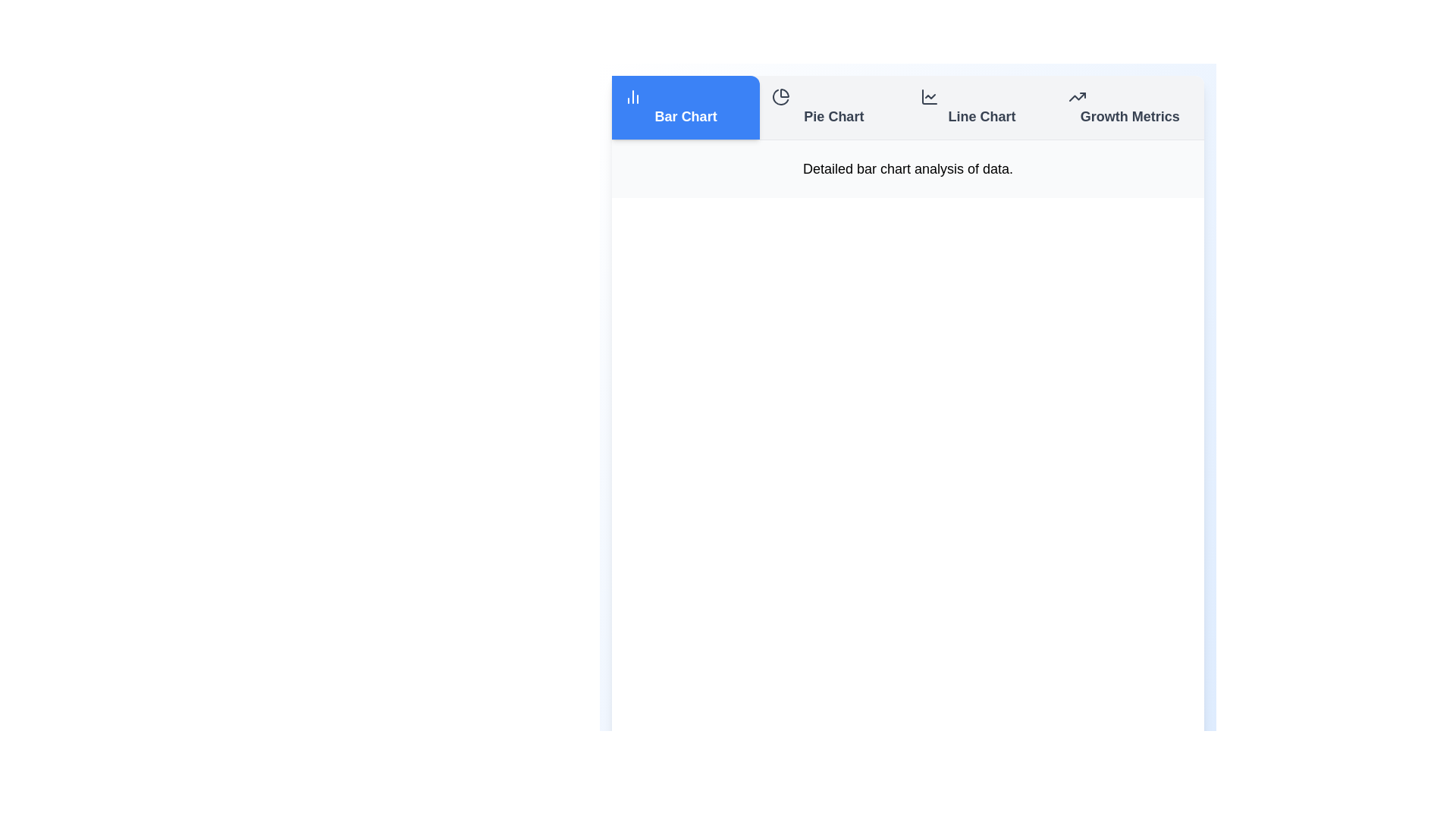 Image resolution: width=1456 pixels, height=819 pixels. What do you see at coordinates (833, 107) in the screenshot?
I see `the chart type Pie Chart by clicking the corresponding tab button` at bounding box center [833, 107].